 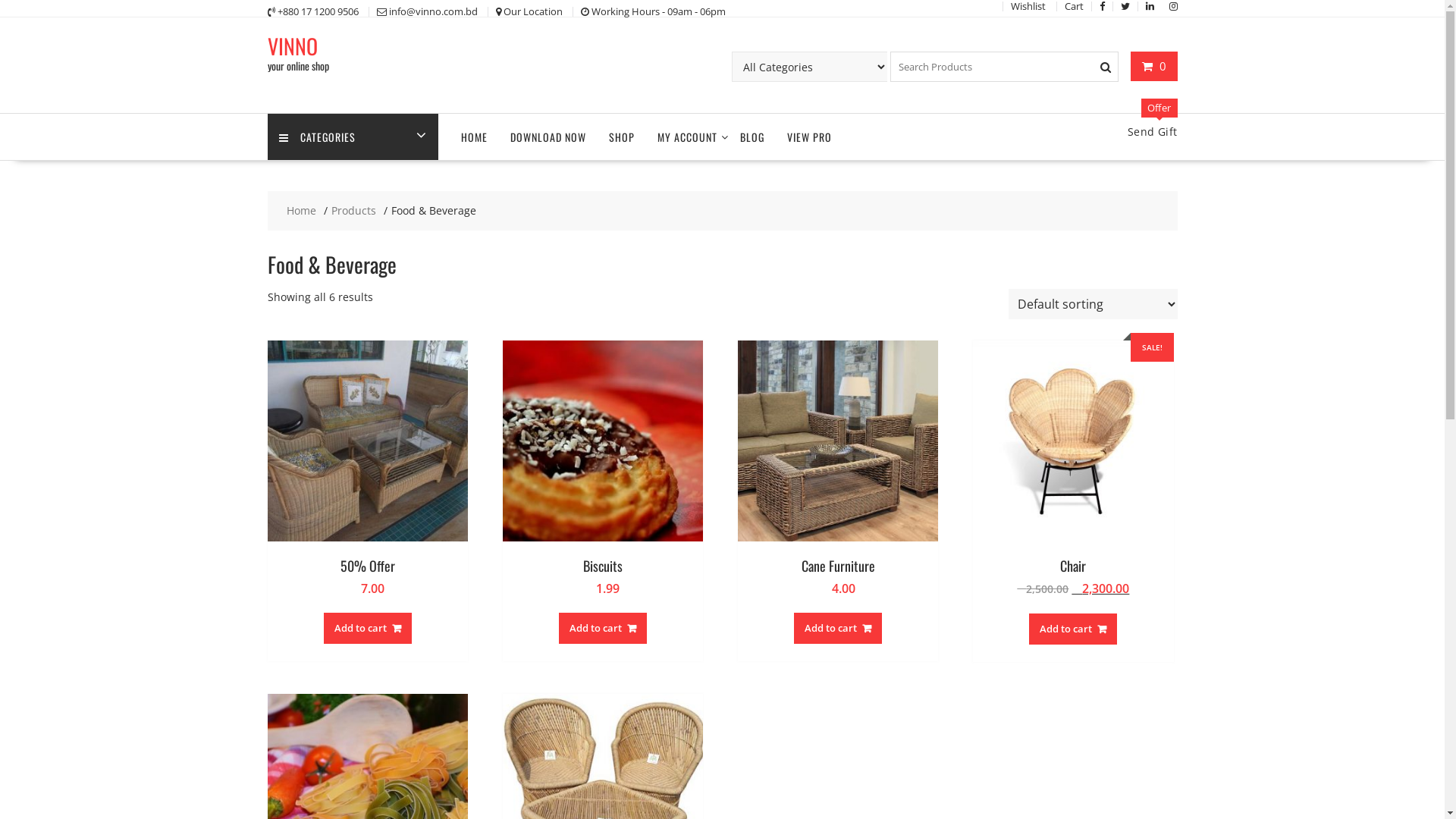 I want to click on 'BLOG', so click(x=751, y=136).